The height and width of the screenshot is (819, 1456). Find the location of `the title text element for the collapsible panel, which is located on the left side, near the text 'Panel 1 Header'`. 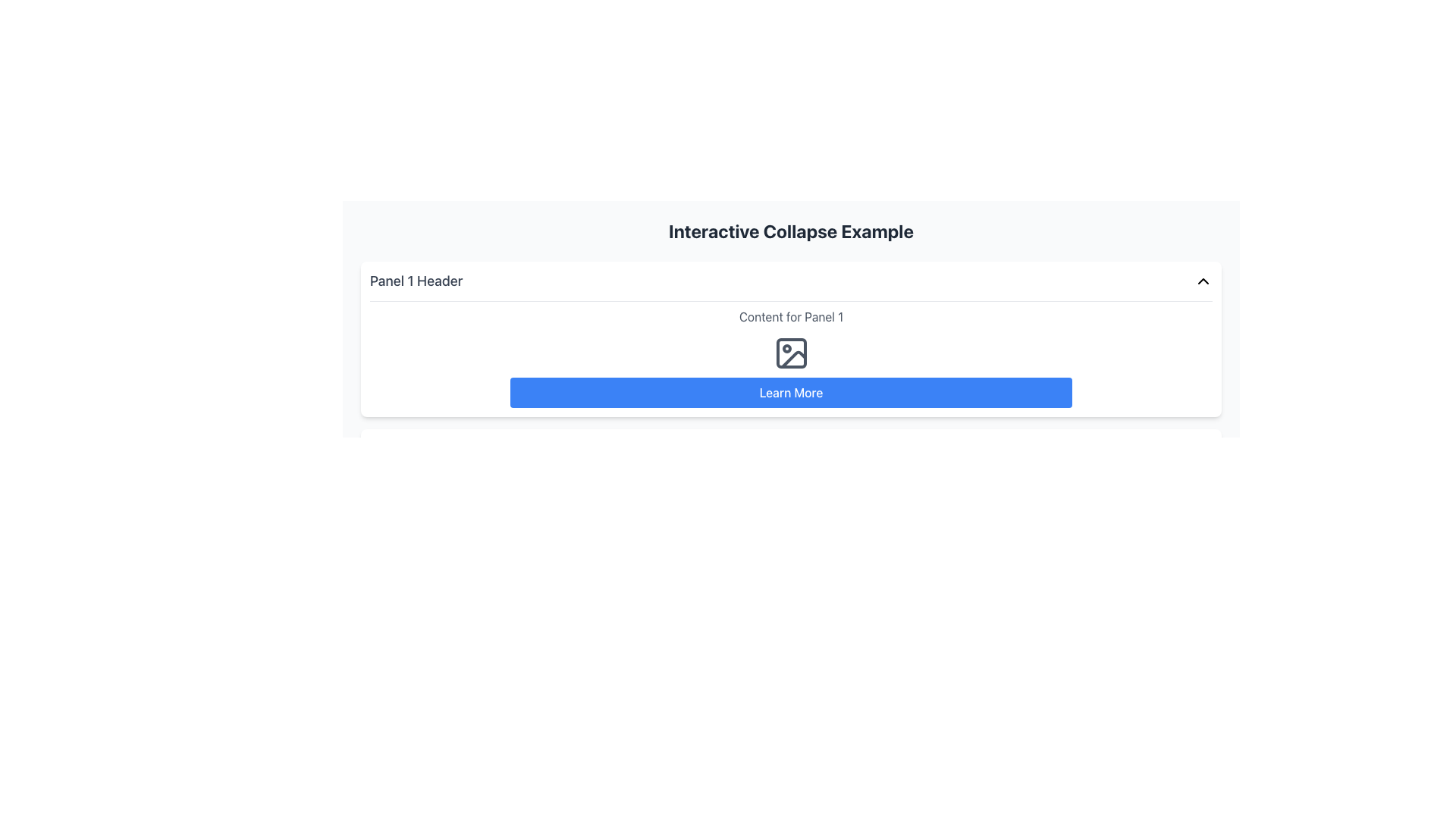

the title text element for the collapsible panel, which is located on the left side, near the text 'Panel 1 Header' is located at coordinates (416, 281).